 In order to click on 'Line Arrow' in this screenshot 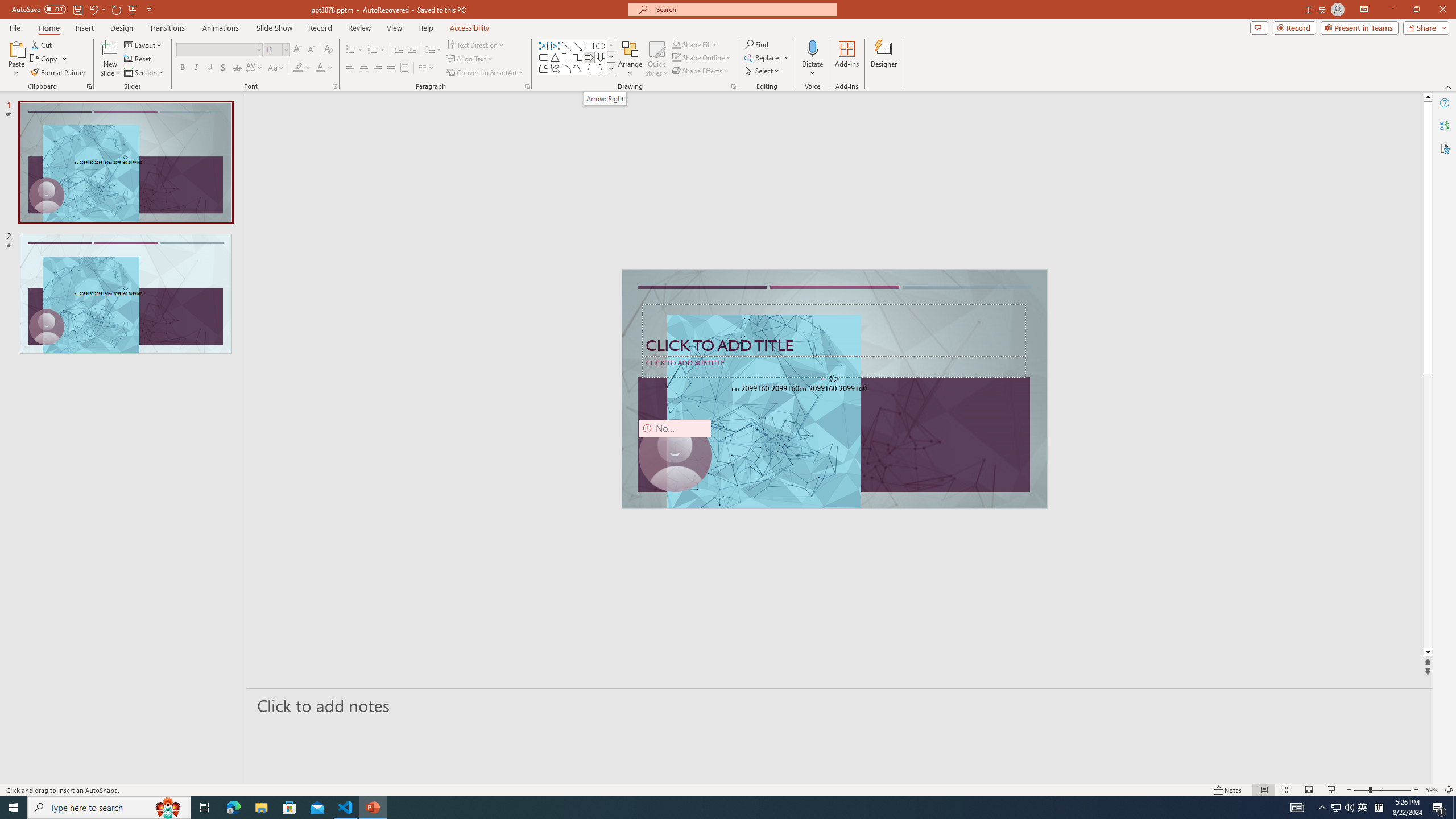, I will do `click(577, 45)`.